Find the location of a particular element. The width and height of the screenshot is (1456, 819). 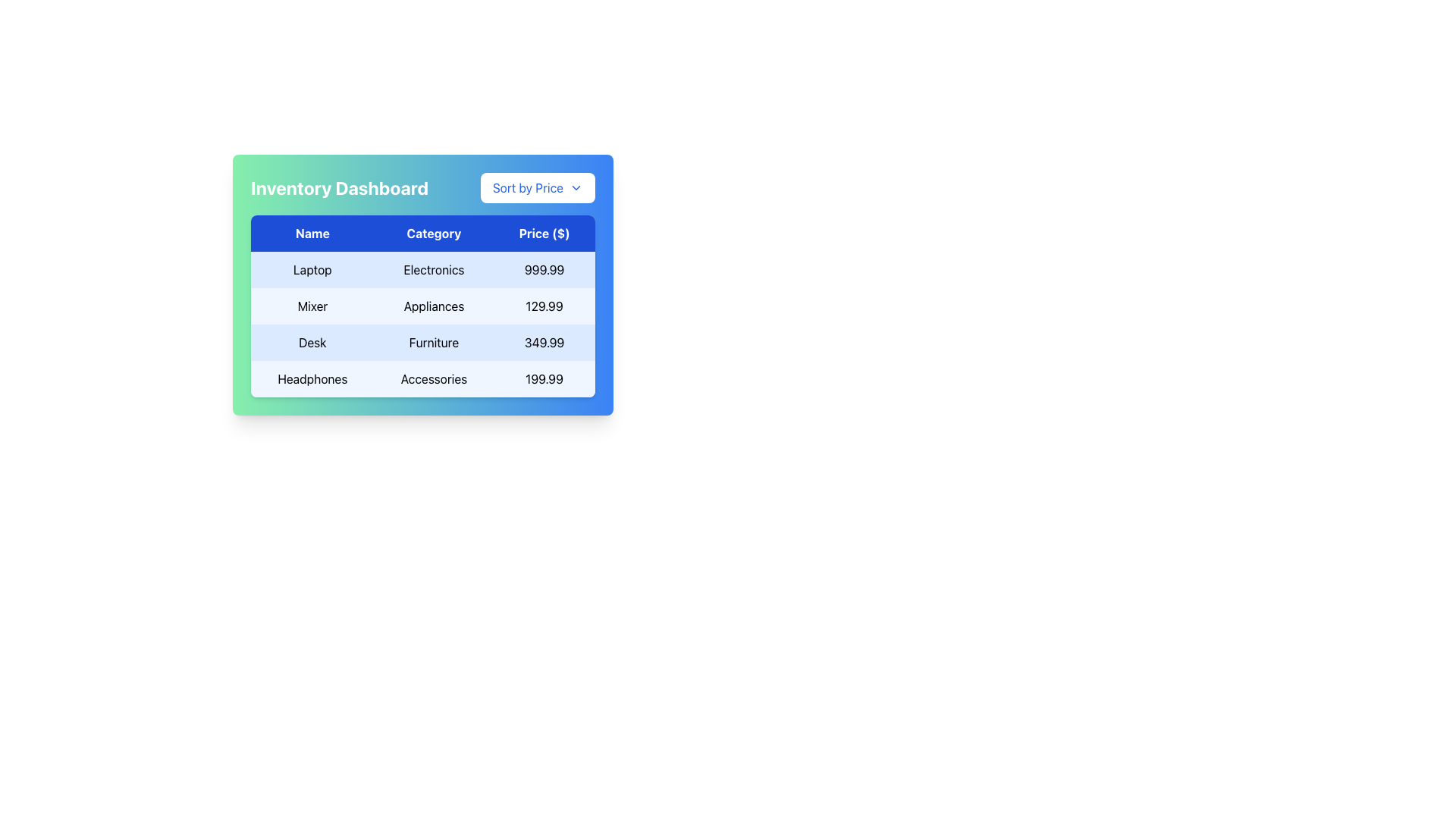

the content of the table displaying items, categories, and prices in the 'Inventory Dashboard' is located at coordinates (422, 306).